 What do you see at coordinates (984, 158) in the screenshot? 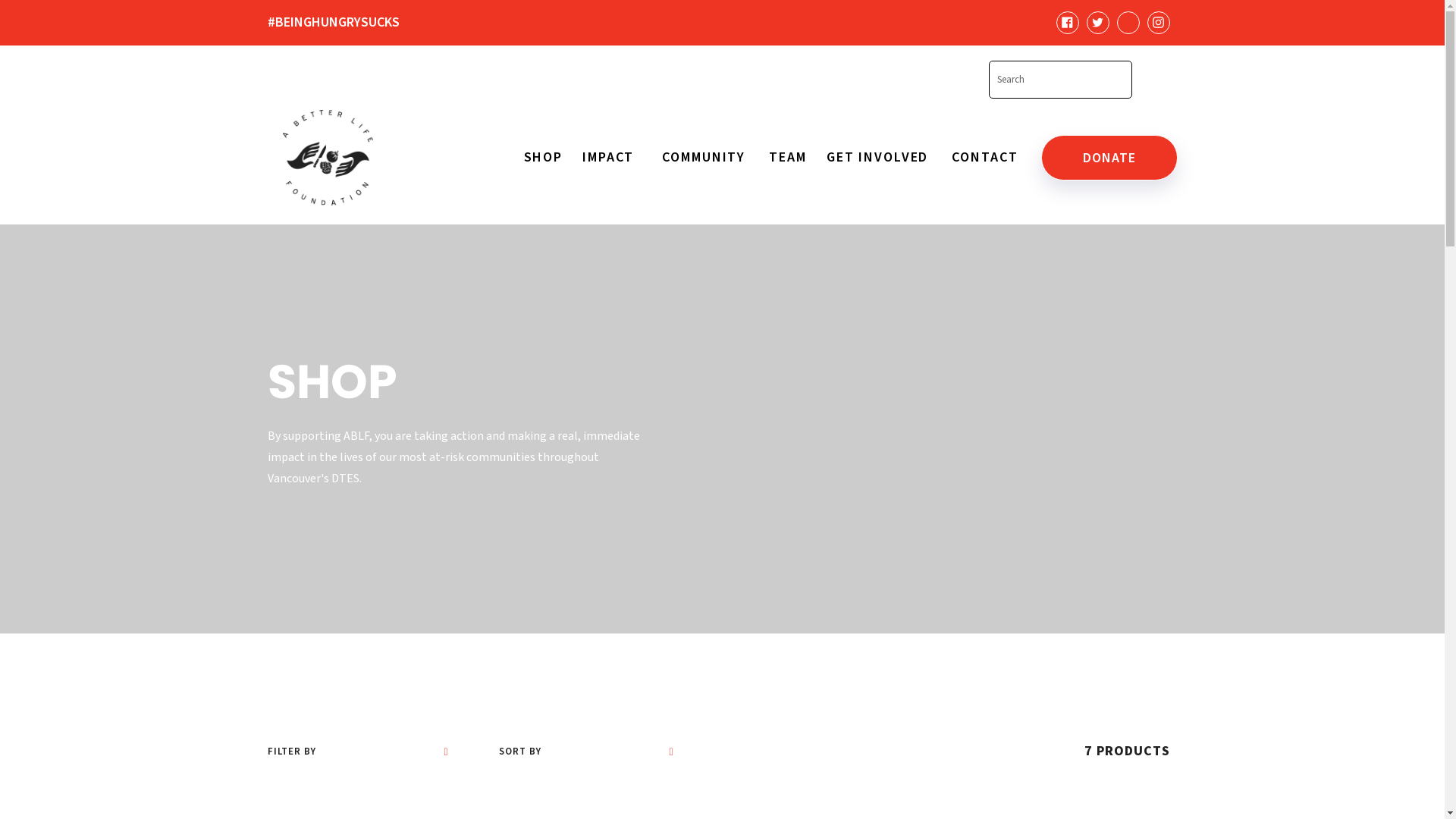
I see `'CONTACT'` at bounding box center [984, 158].